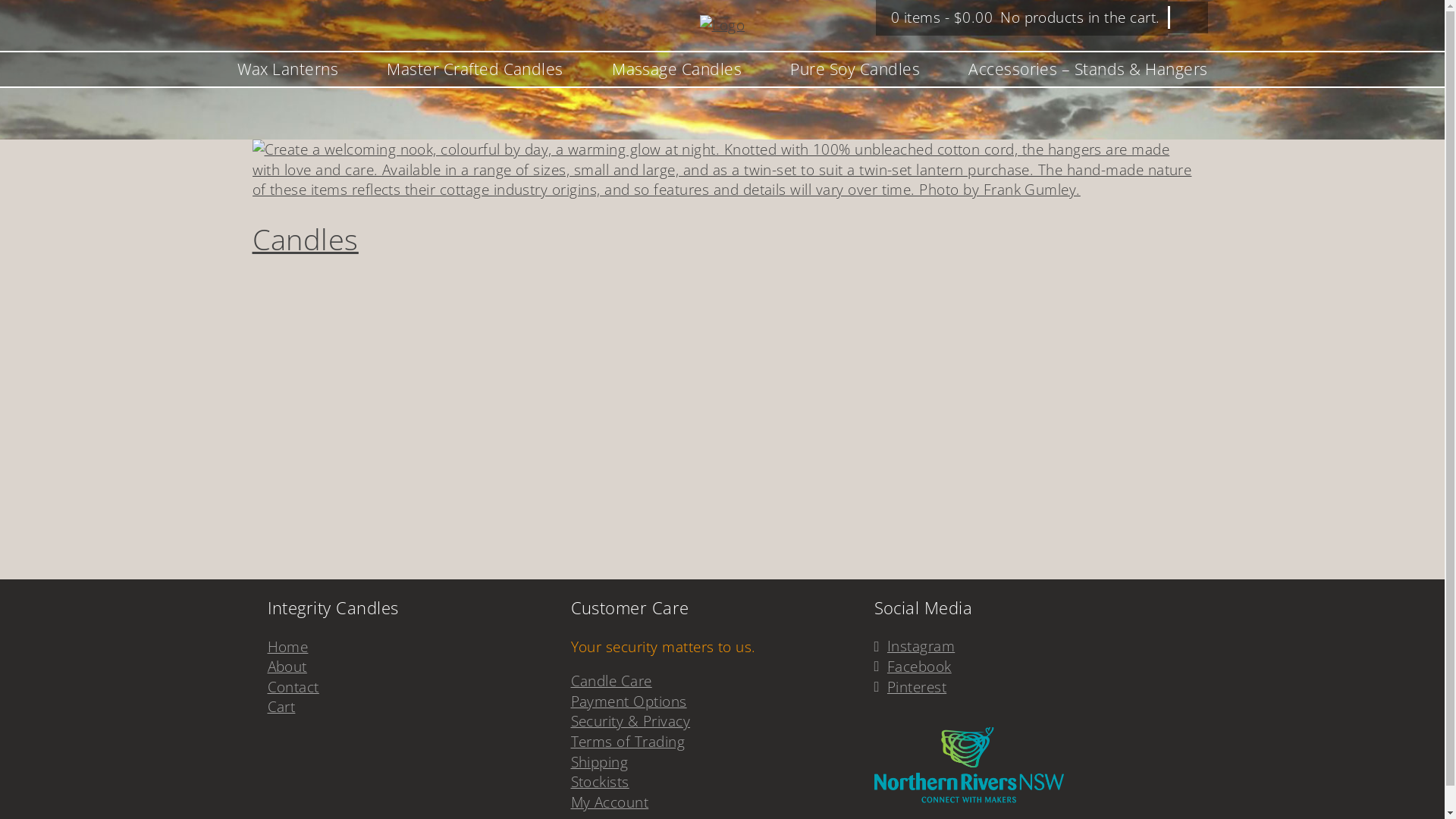  I want to click on 'Pinterest', so click(916, 687).